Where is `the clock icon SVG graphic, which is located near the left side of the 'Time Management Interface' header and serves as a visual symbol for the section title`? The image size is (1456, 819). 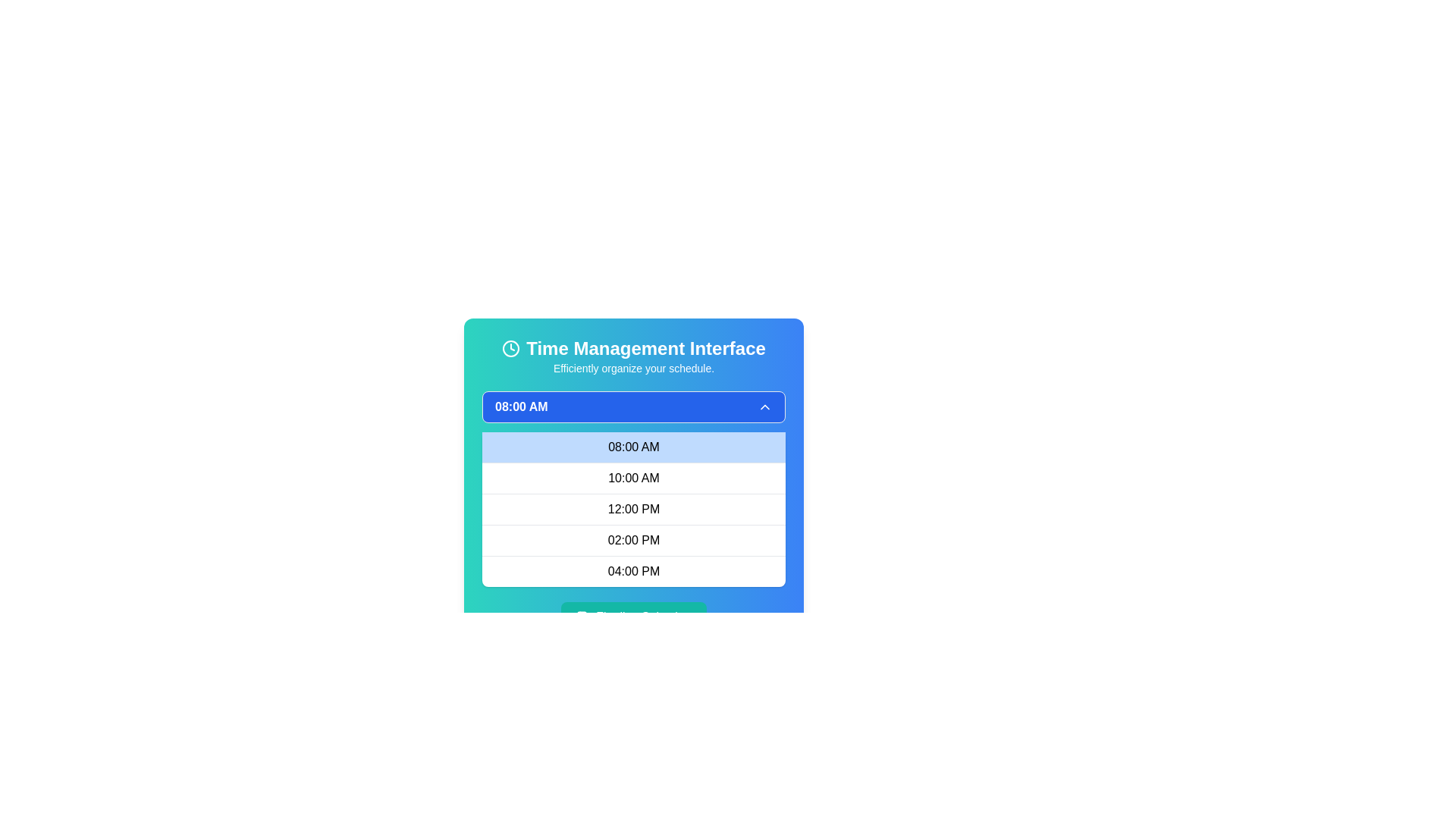
the clock icon SVG graphic, which is located near the left side of the 'Time Management Interface' header and serves as a visual symbol for the section title is located at coordinates (511, 348).